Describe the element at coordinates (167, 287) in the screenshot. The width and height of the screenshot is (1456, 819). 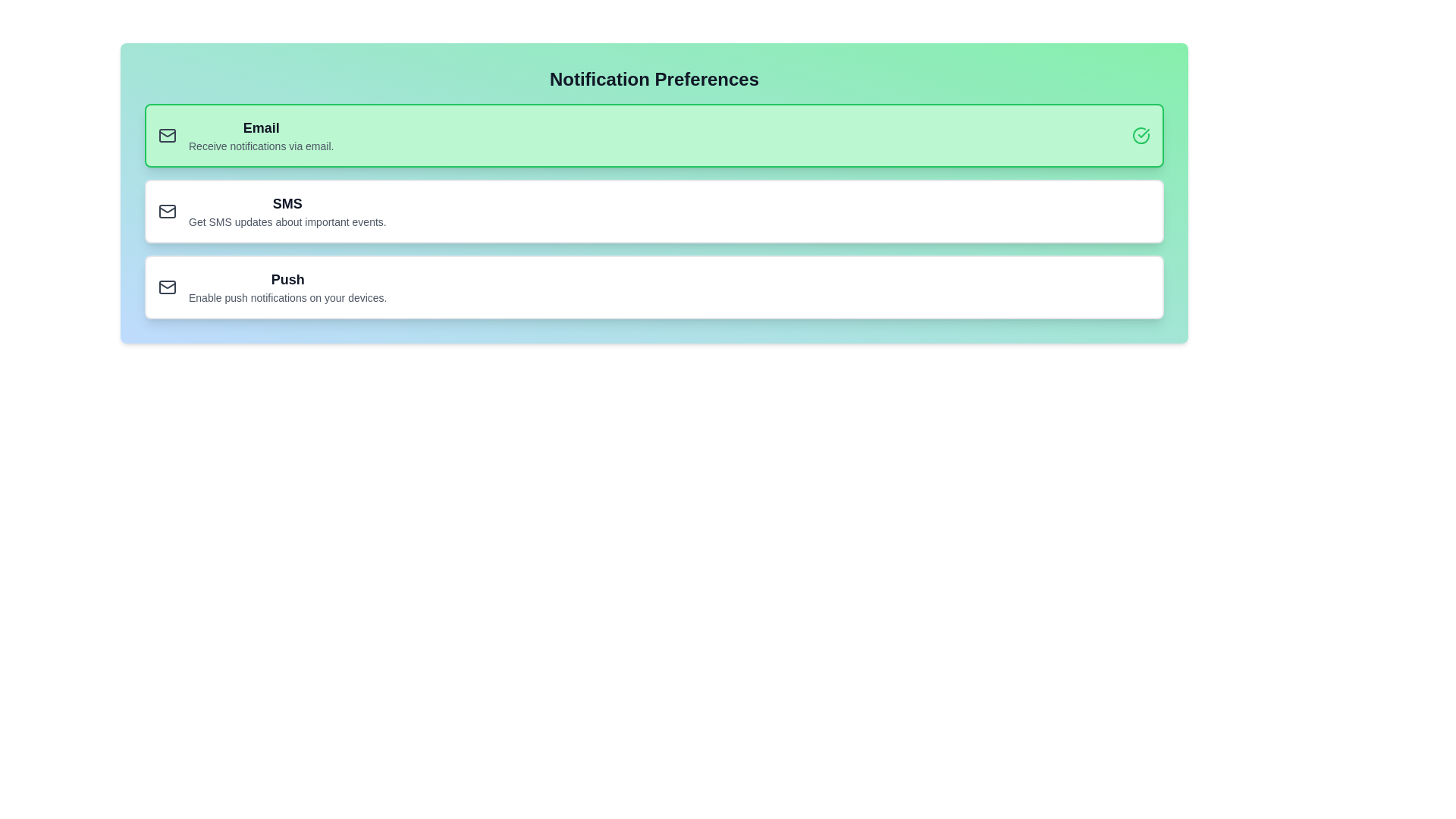
I see `the rectangular body of the envelope icon located in the left section of the 'Push' notification option` at that location.